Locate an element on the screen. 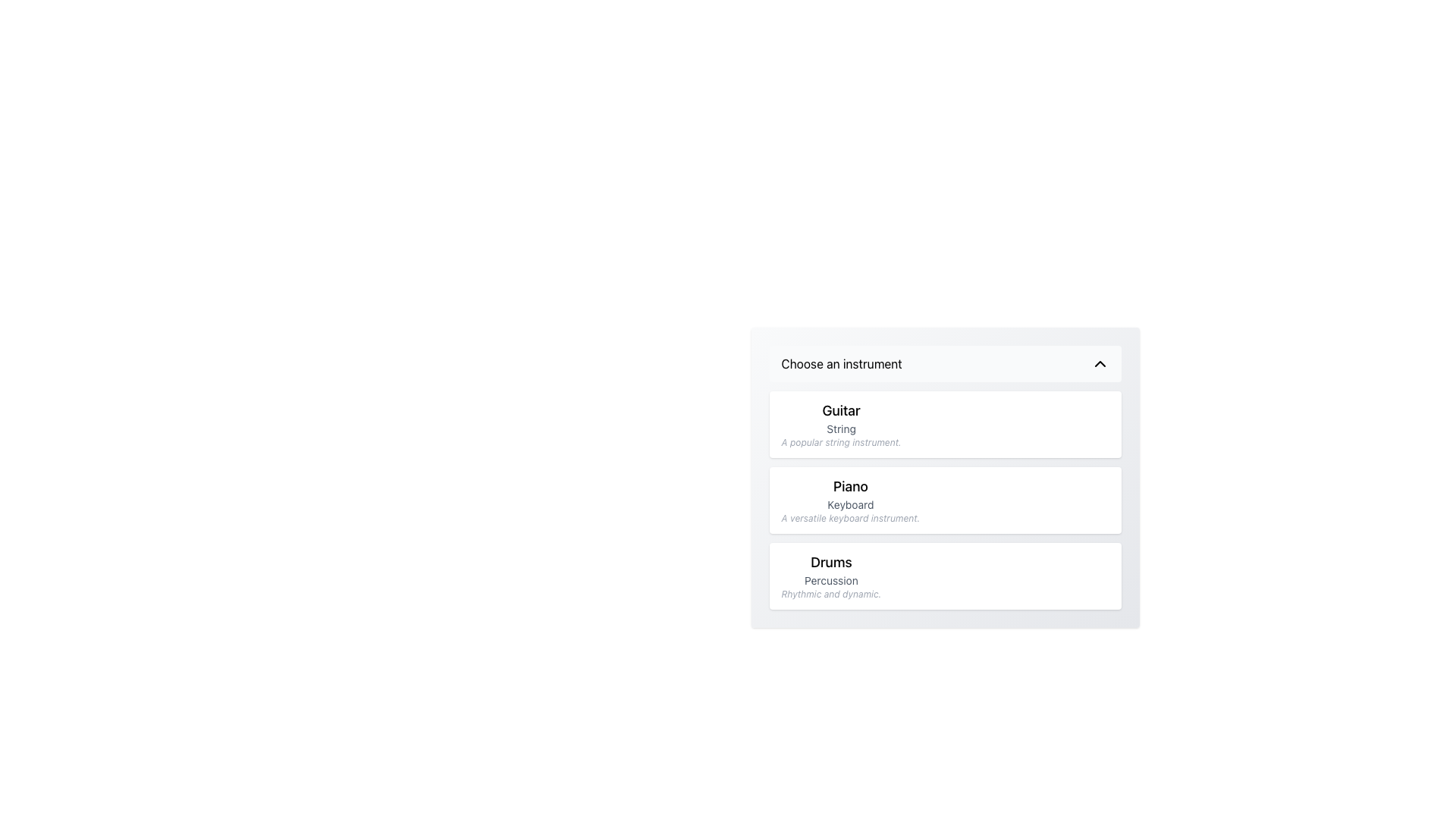 Image resolution: width=1456 pixels, height=819 pixels. the first List Item representing 'Guitar' in the vertical list of musical instruments is located at coordinates (840, 424).